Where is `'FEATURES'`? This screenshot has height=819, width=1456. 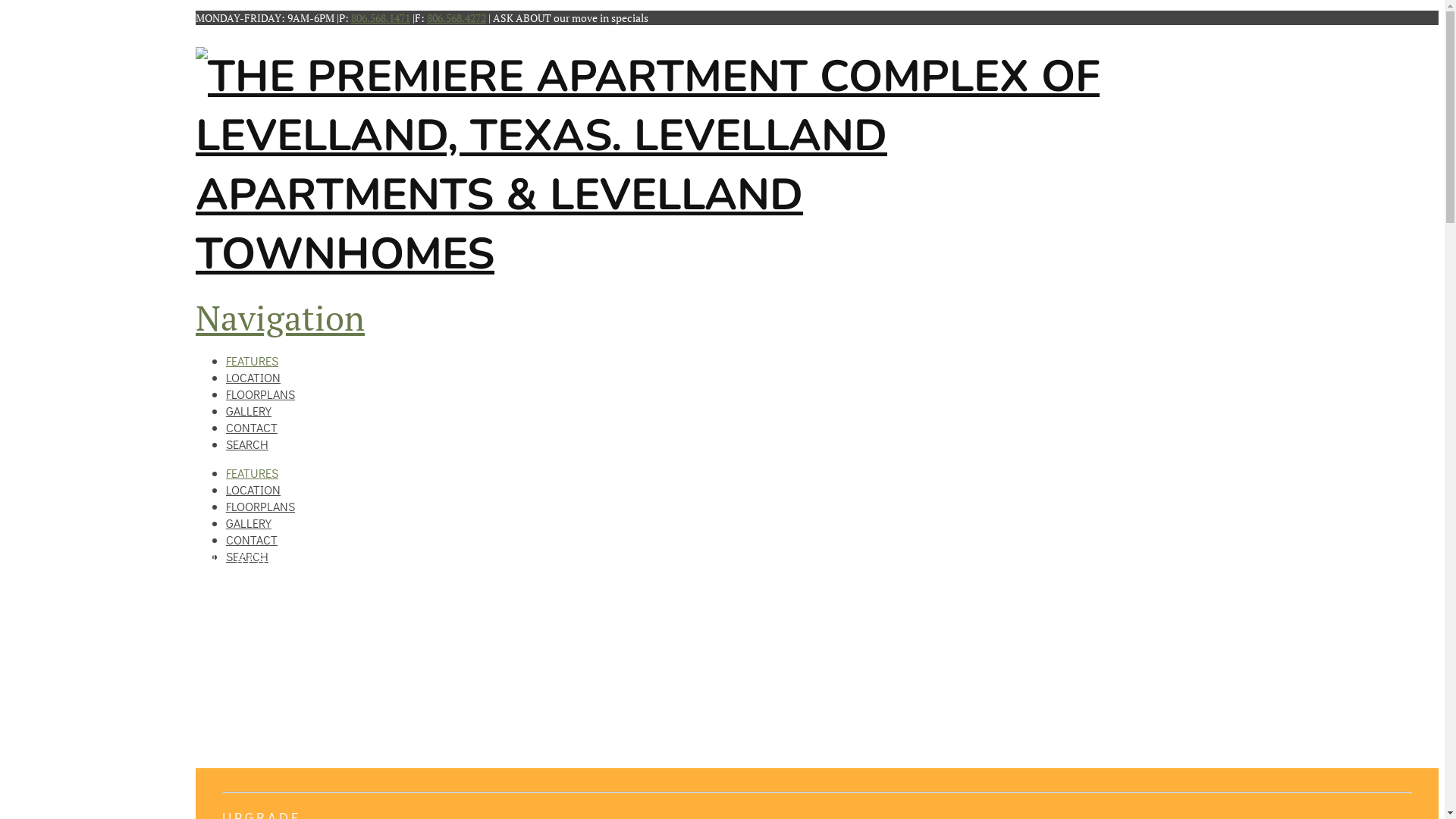 'FEATURES' is located at coordinates (252, 472).